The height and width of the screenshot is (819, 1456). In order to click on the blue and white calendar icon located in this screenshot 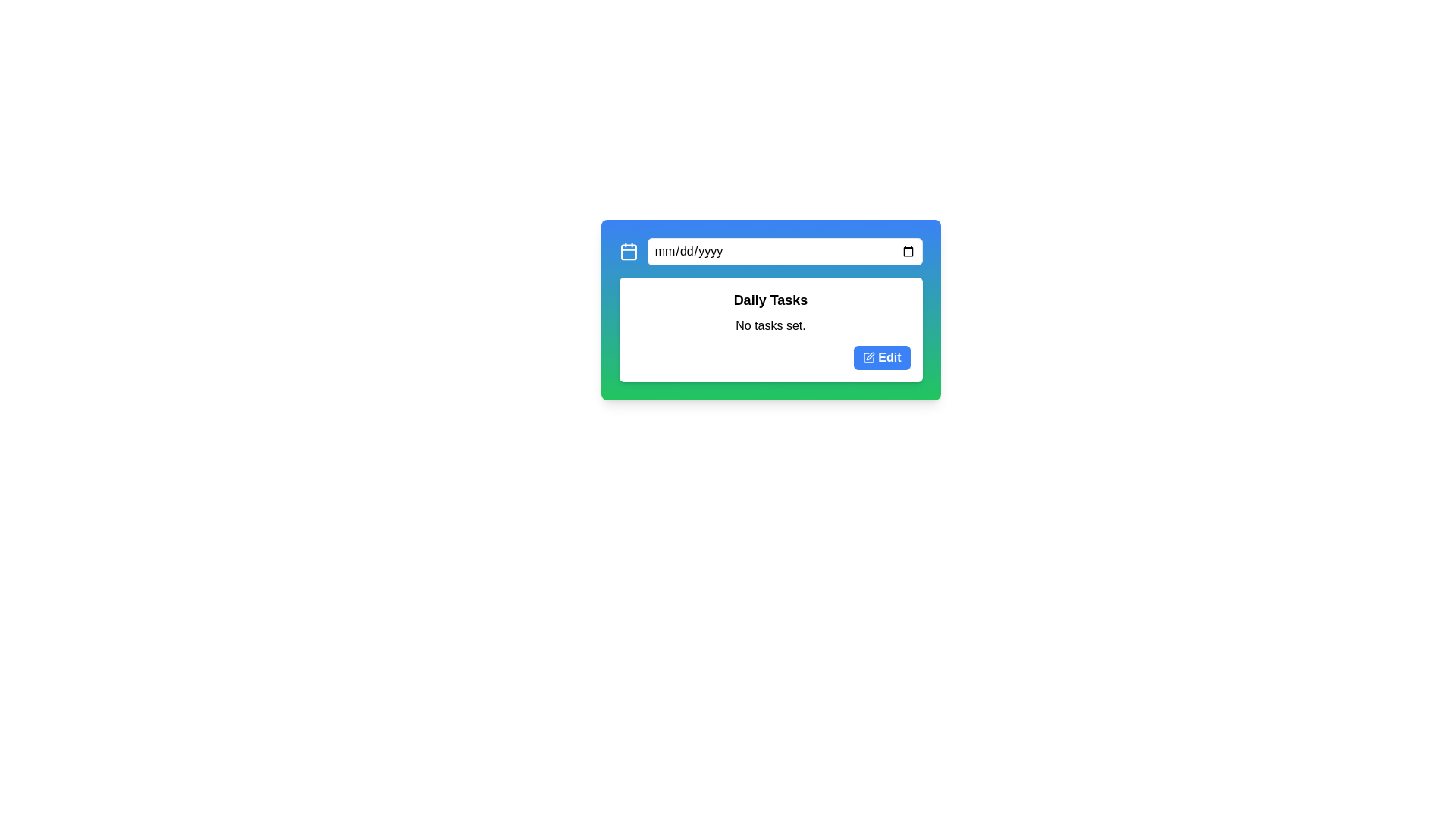, I will do `click(629, 250)`.